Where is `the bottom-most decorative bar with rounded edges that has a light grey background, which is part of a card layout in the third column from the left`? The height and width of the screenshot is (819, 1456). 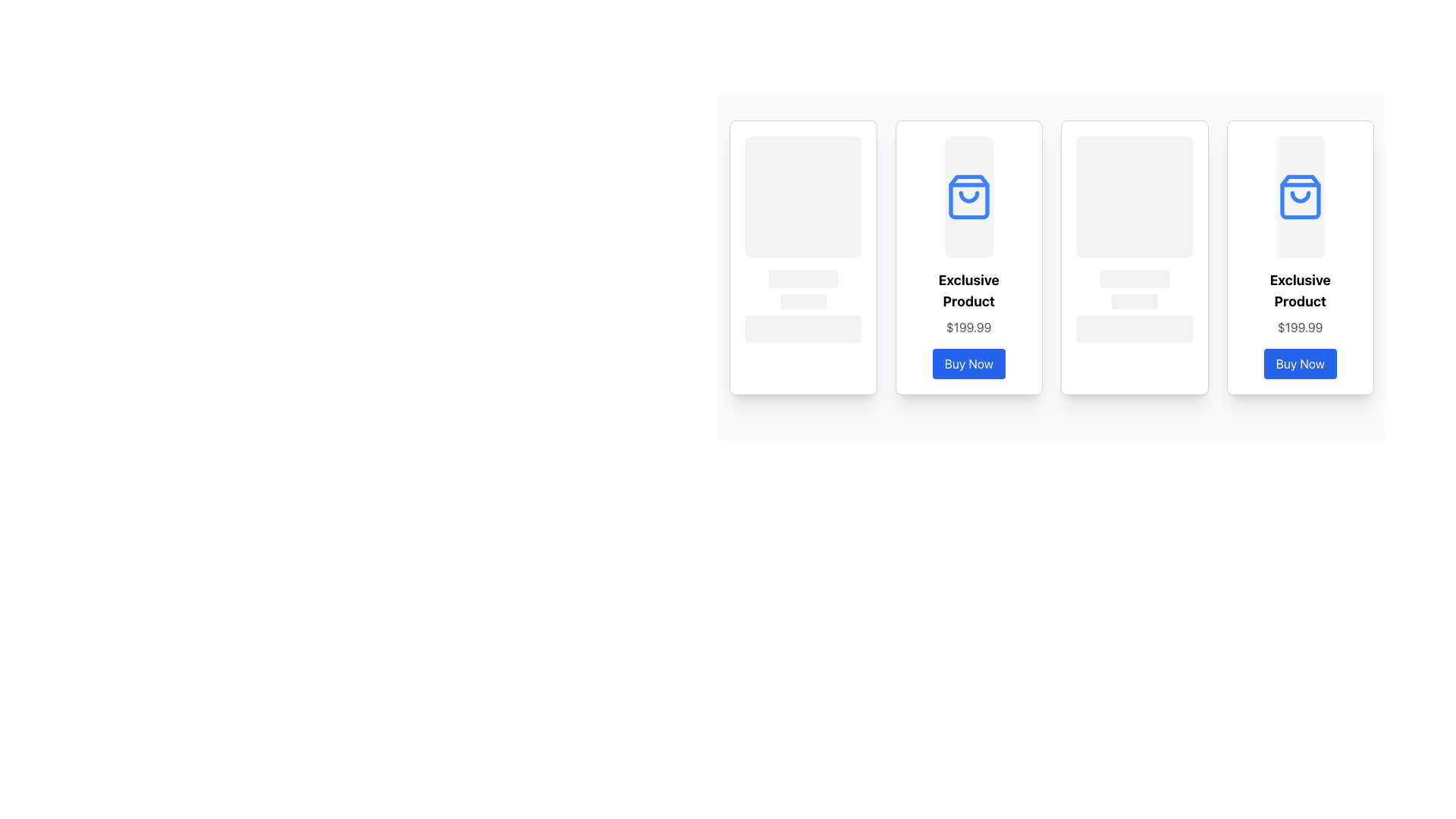 the bottom-most decorative bar with rounded edges that has a light grey background, which is part of a card layout in the third column from the left is located at coordinates (1134, 328).